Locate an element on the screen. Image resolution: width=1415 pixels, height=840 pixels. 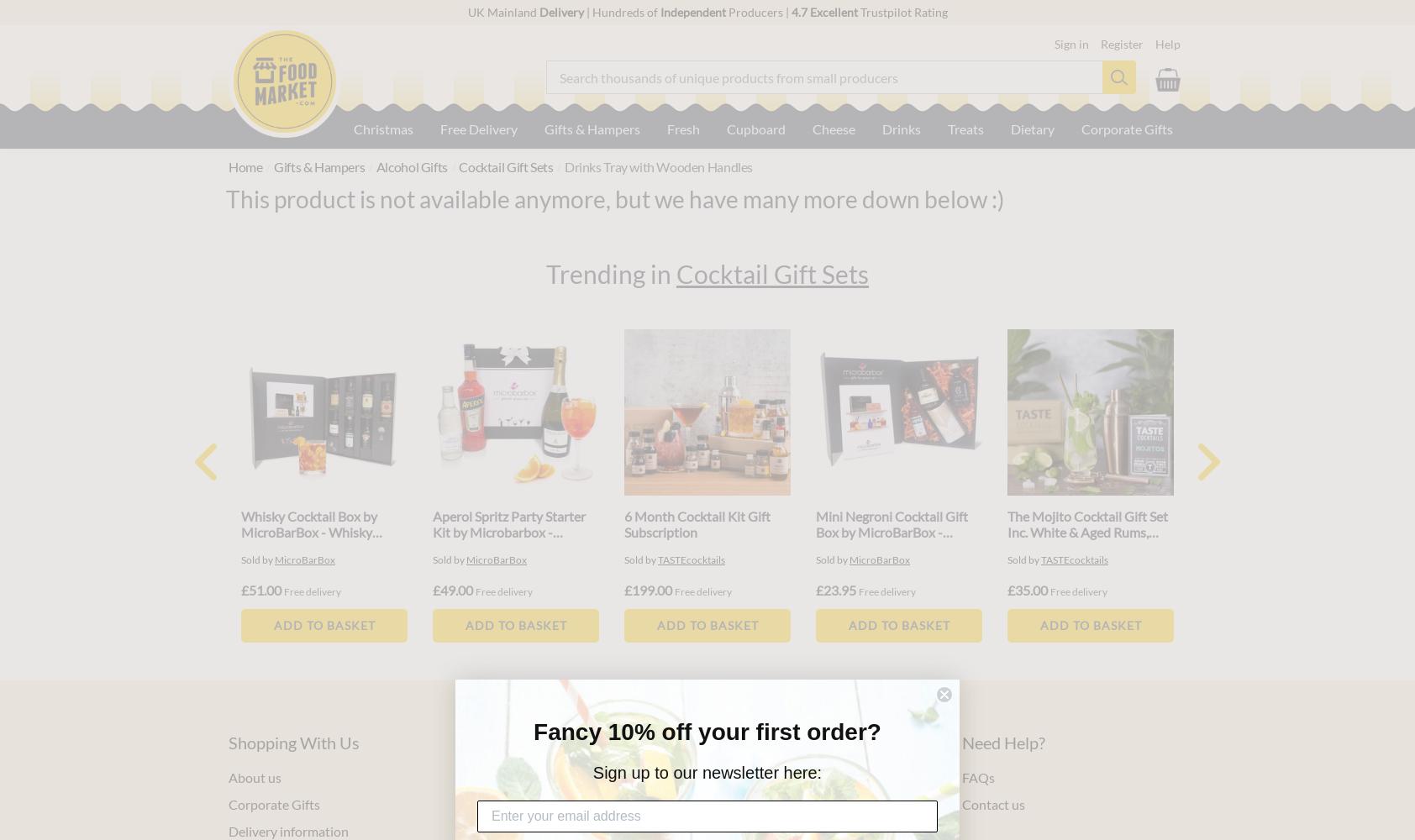
'Treats' is located at coordinates (965, 129).